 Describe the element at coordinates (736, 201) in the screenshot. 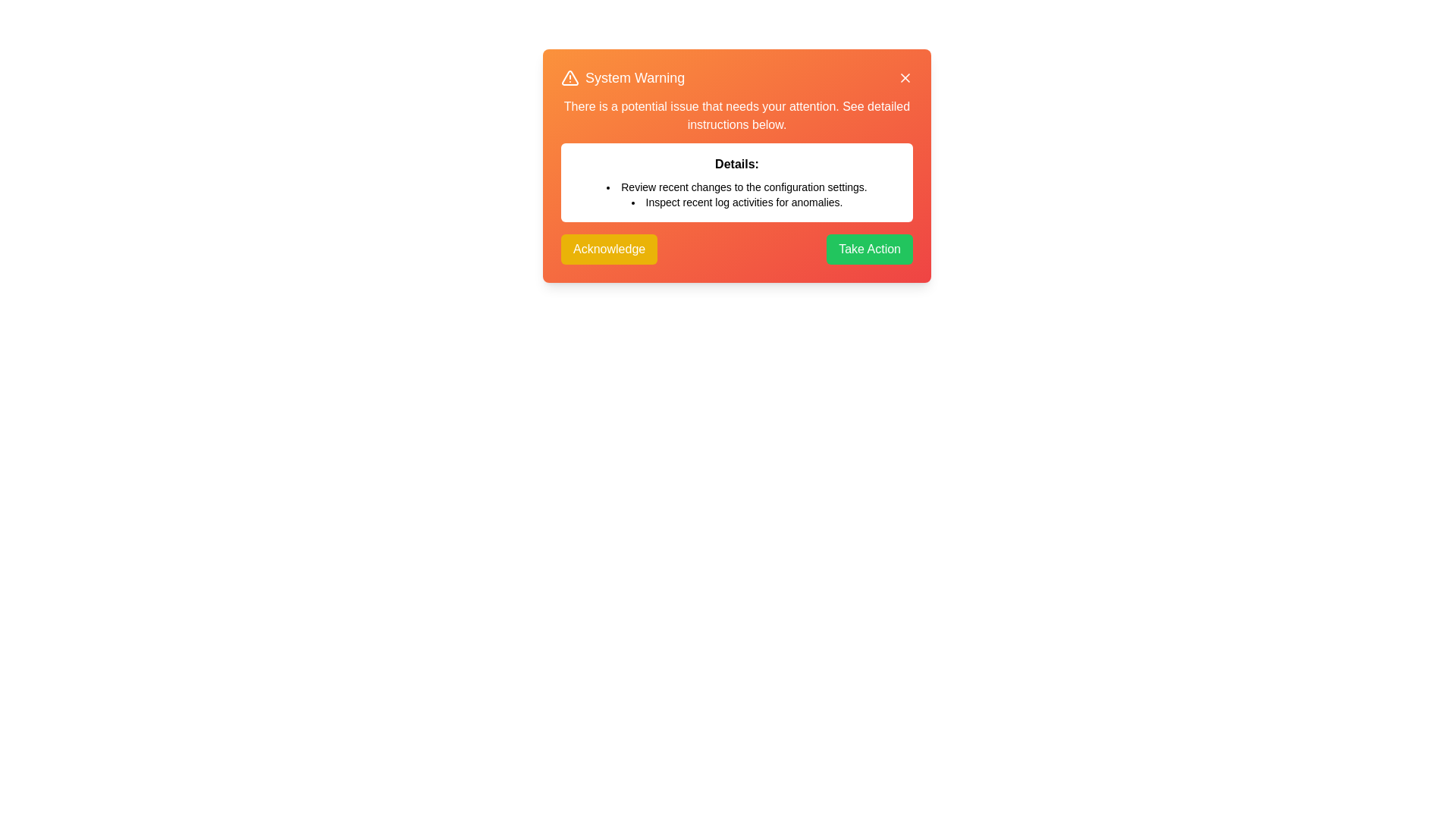

I see `the static text list item that reads 'Inspect recent log activities for anomalies.', which is the second item in the bulleted list under the 'Details:' section` at that location.